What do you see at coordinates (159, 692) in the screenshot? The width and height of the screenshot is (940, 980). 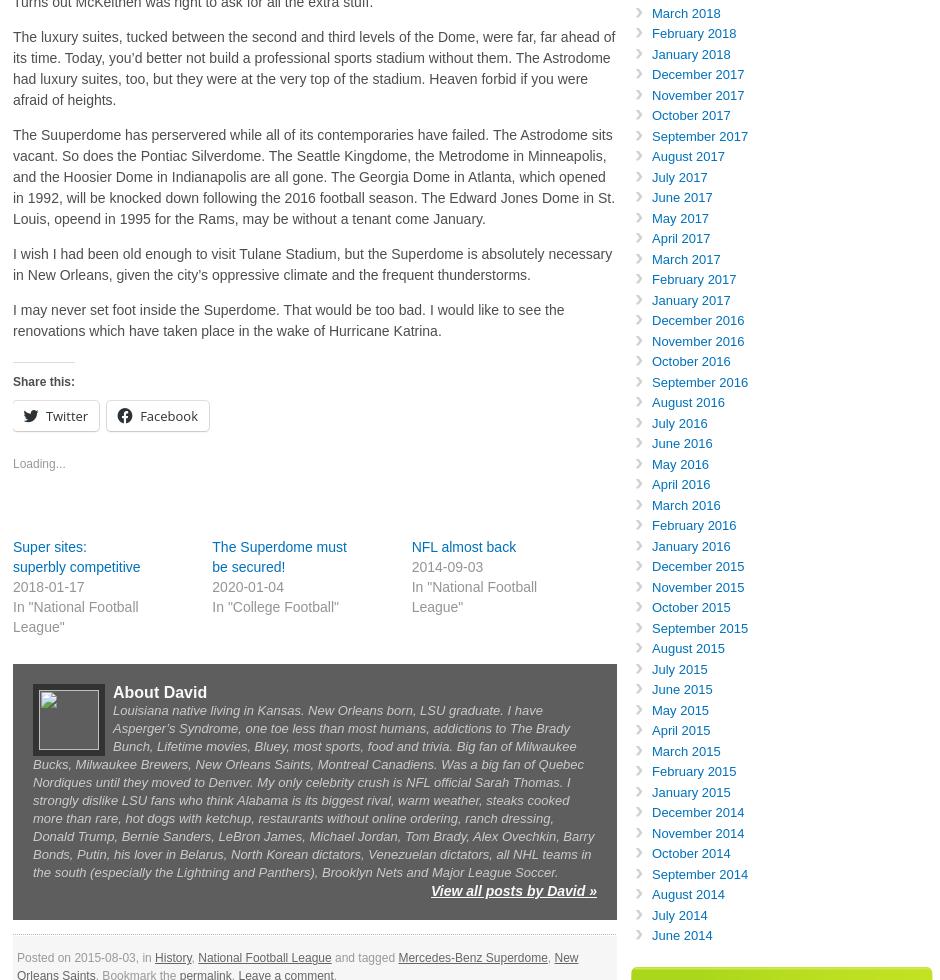 I see `'About David'` at bounding box center [159, 692].